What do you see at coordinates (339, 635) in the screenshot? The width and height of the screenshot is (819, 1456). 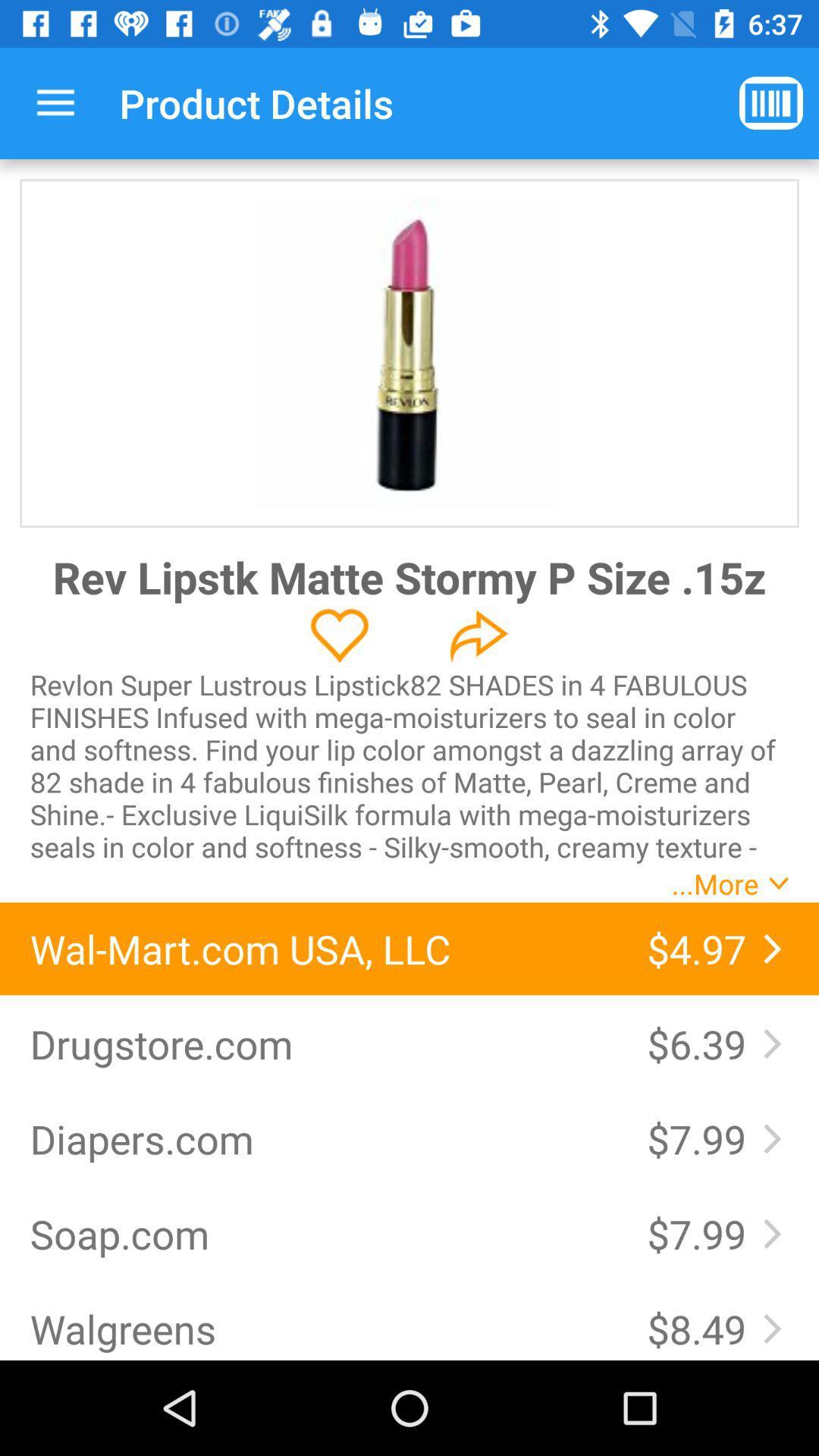 I see `like this product` at bounding box center [339, 635].